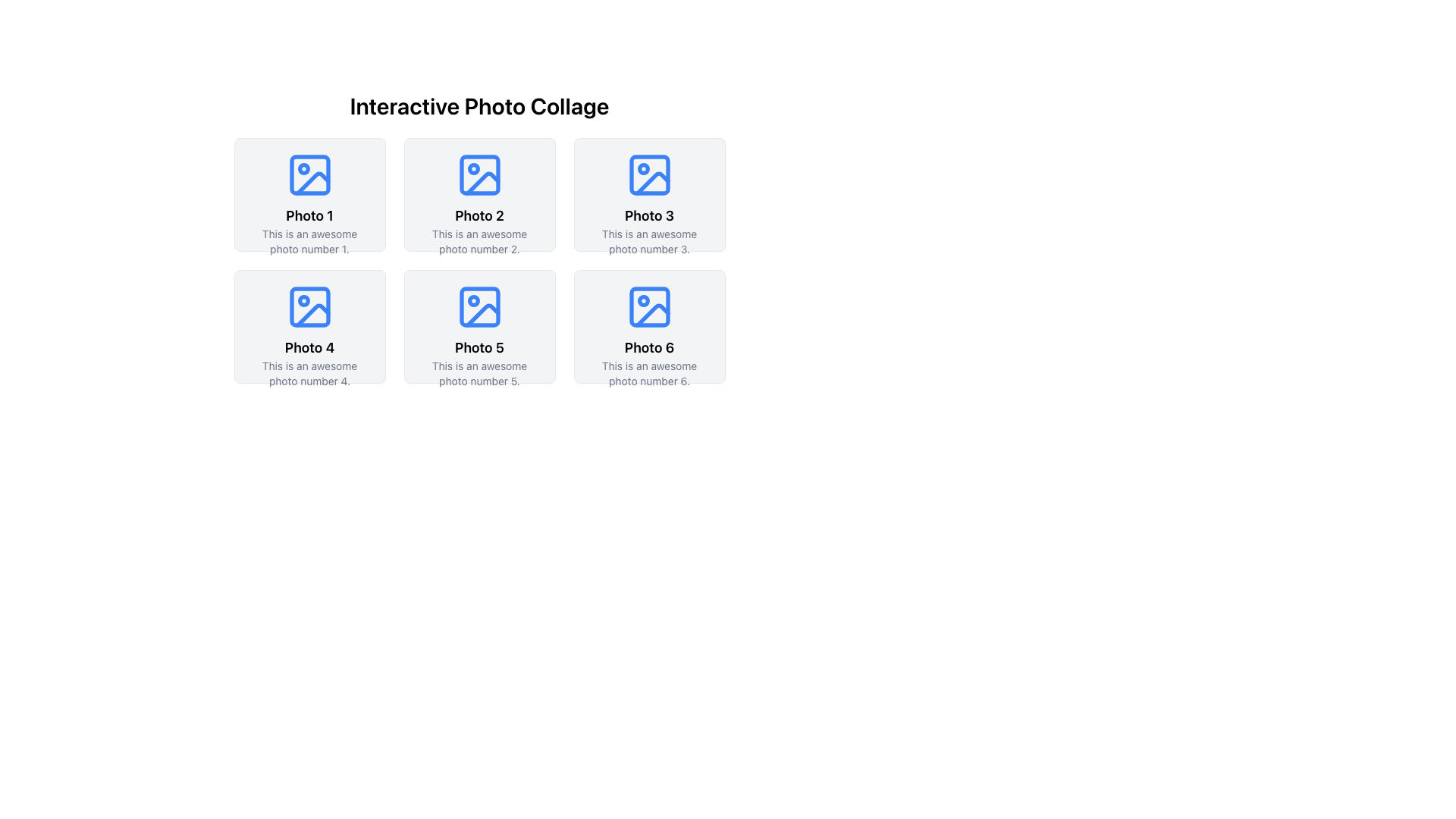 The image size is (1456, 819). I want to click on title 'Photo 1' from the text label located at the center of the top-left photo card in the grid layout, so click(309, 216).